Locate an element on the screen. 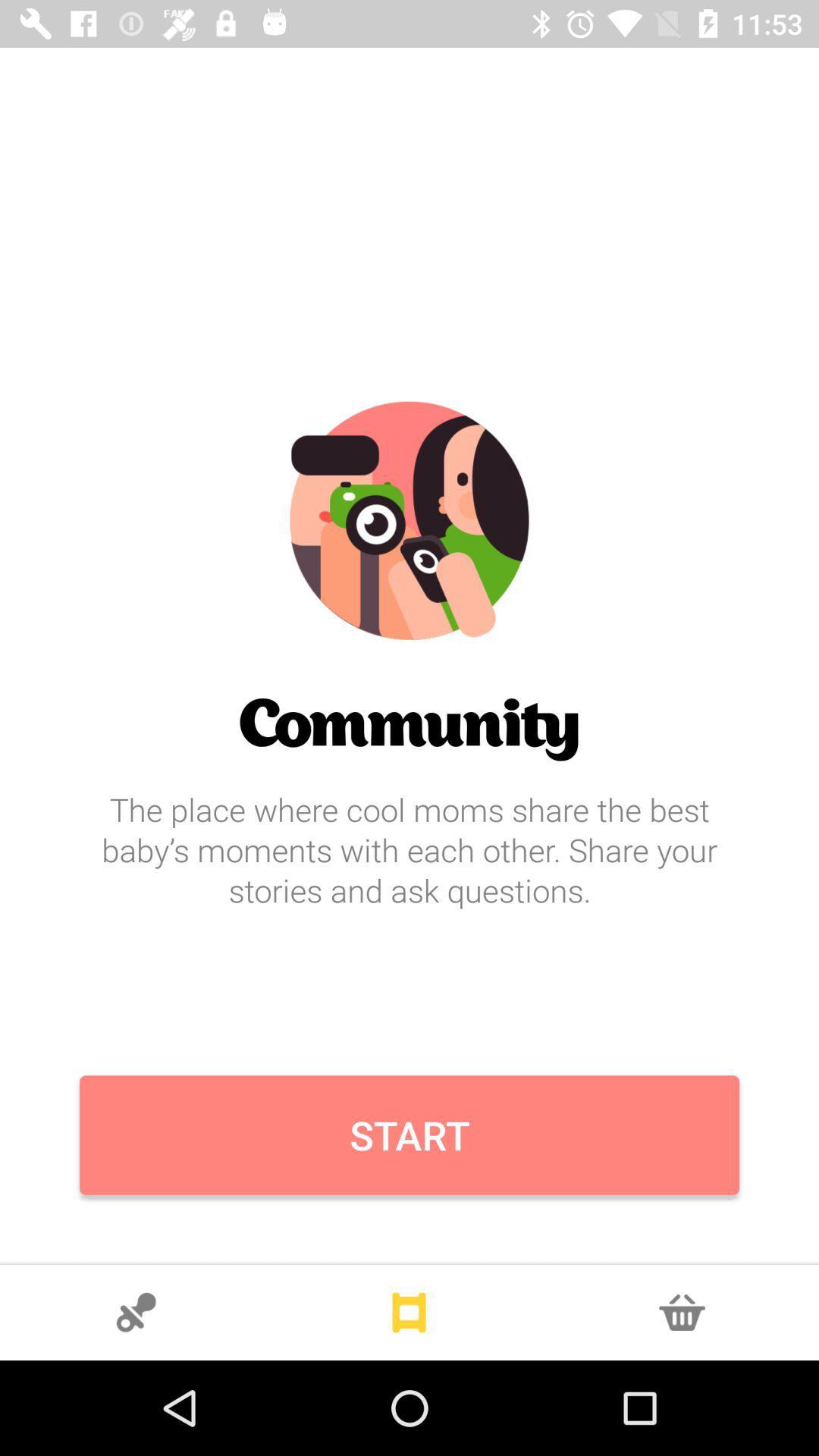 The image size is (819, 1456). the facebook icon is located at coordinates (681, 1312).